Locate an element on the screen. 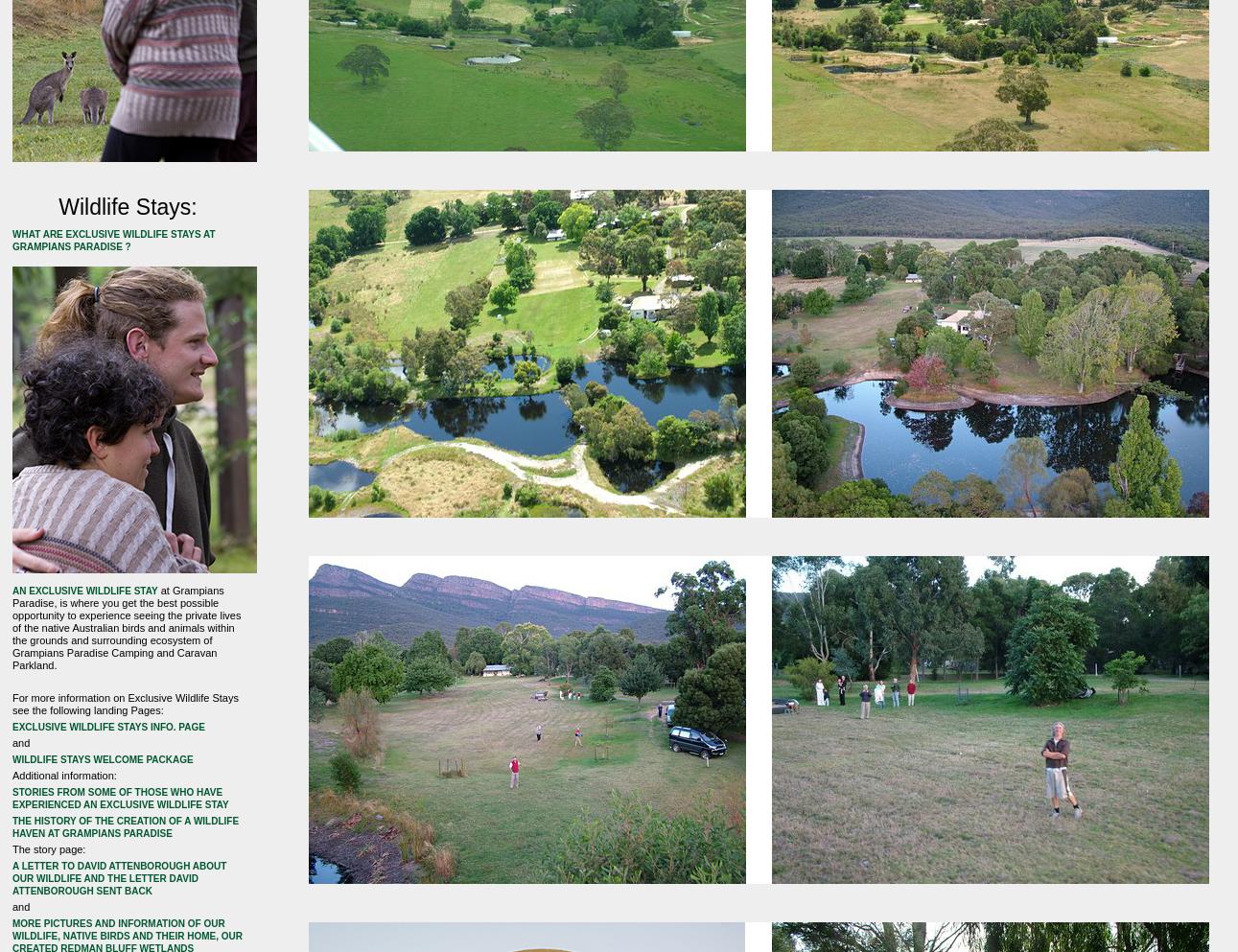 The width and height of the screenshot is (1238, 952). 'Wildlife Stays:' is located at coordinates (126, 205).